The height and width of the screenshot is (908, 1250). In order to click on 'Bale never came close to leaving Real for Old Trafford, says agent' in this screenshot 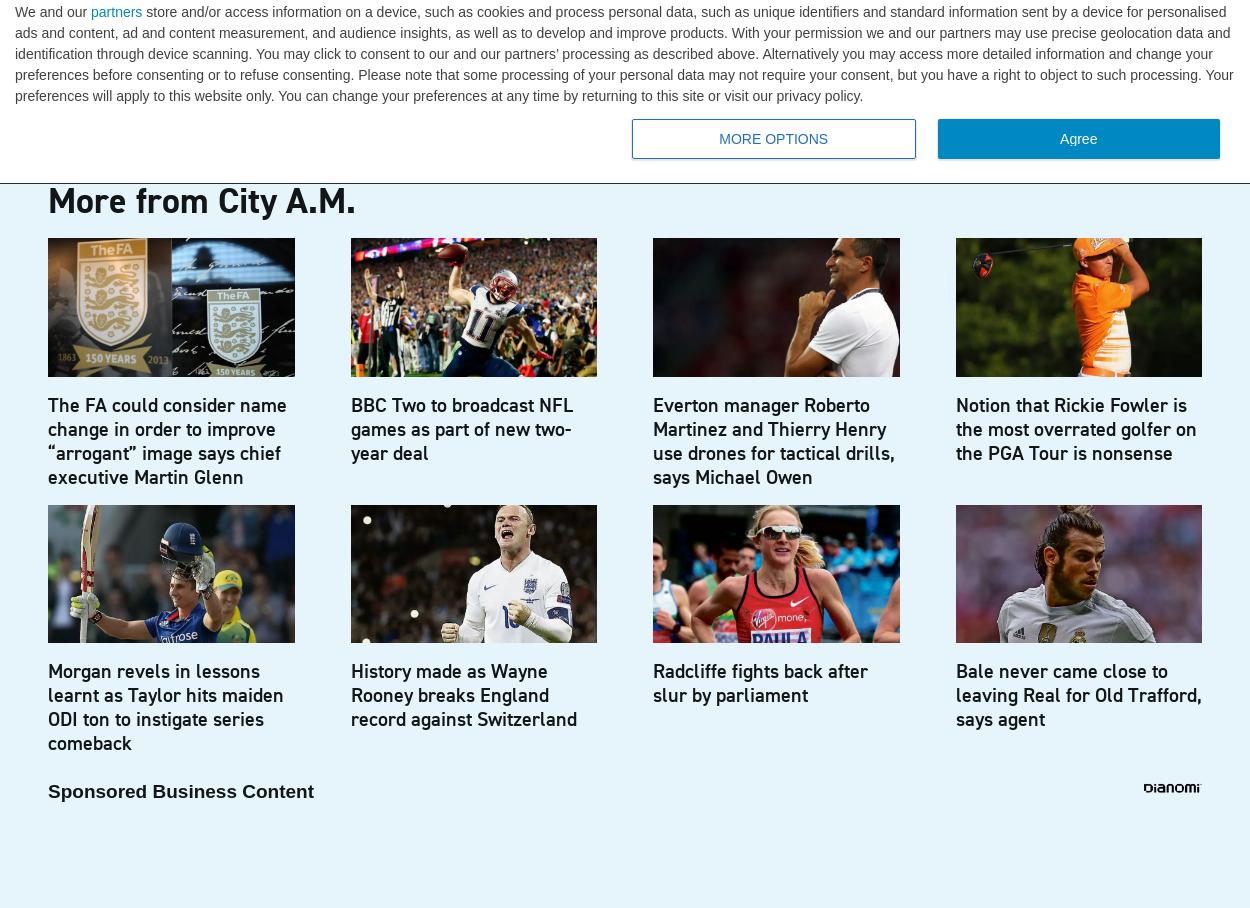, I will do `click(1077, 693)`.